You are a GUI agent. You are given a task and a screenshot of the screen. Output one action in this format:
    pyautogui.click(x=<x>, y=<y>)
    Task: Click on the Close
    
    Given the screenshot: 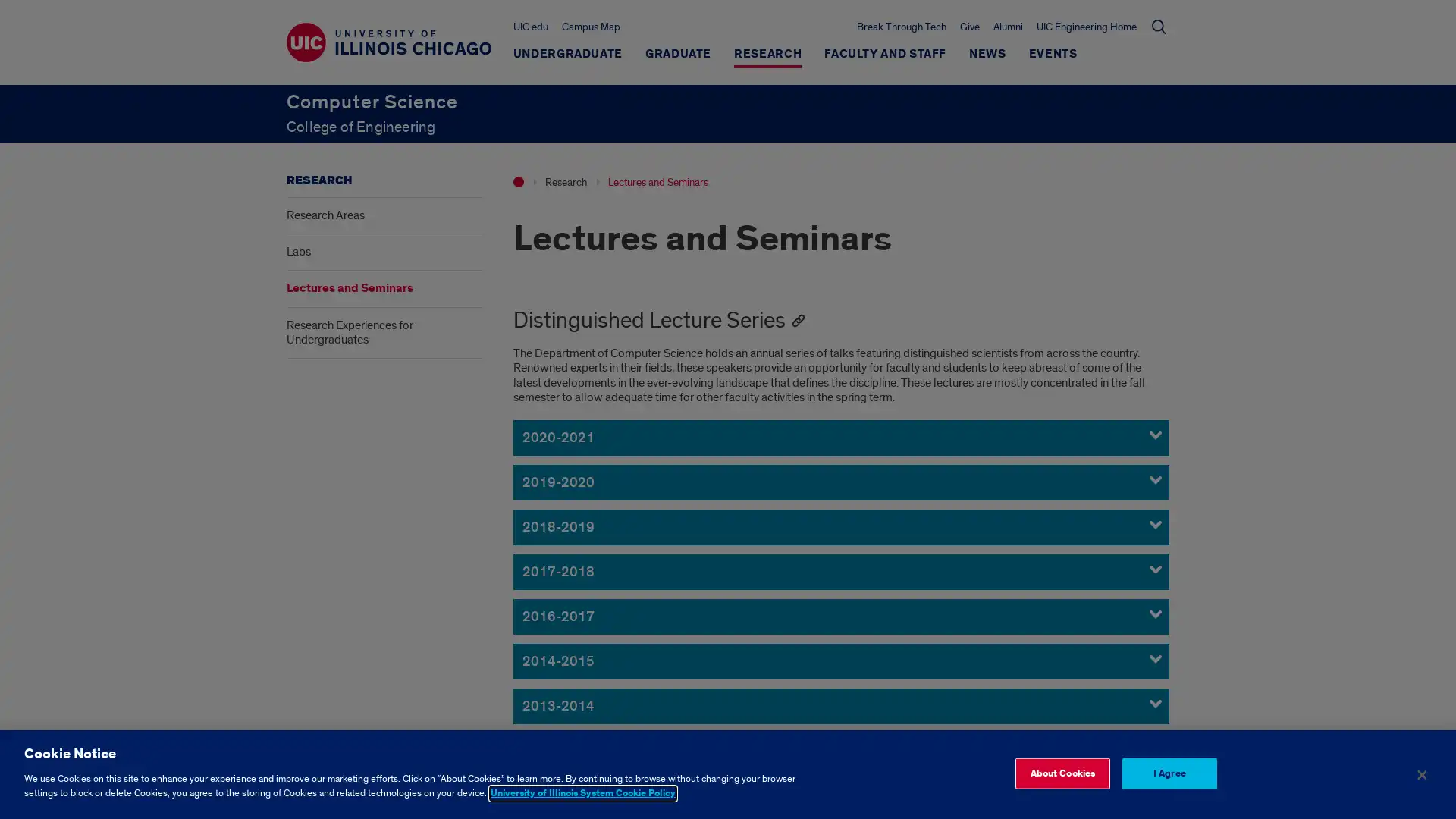 What is the action you would take?
    pyautogui.click(x=1420, y=774)
    